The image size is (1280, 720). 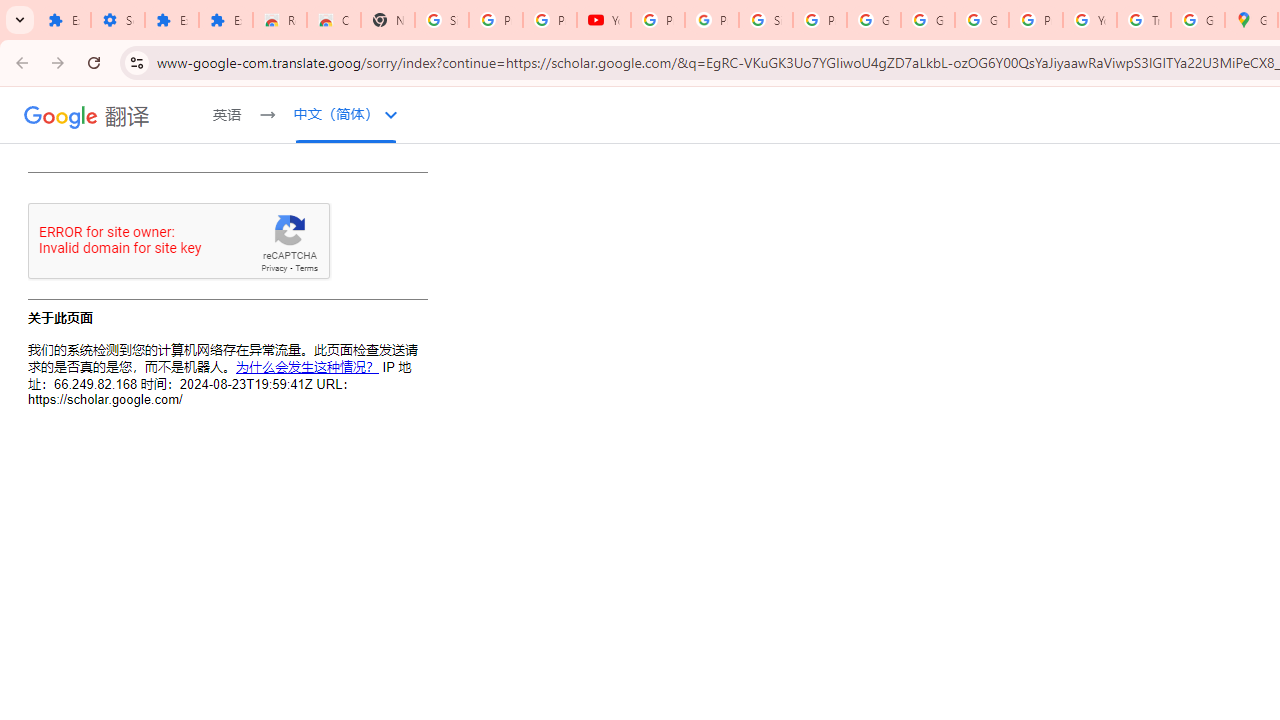 What do you see at coordinates (225, 20) in the screenshot?
I see `'Extensions'` at bounding box center [225, 20].